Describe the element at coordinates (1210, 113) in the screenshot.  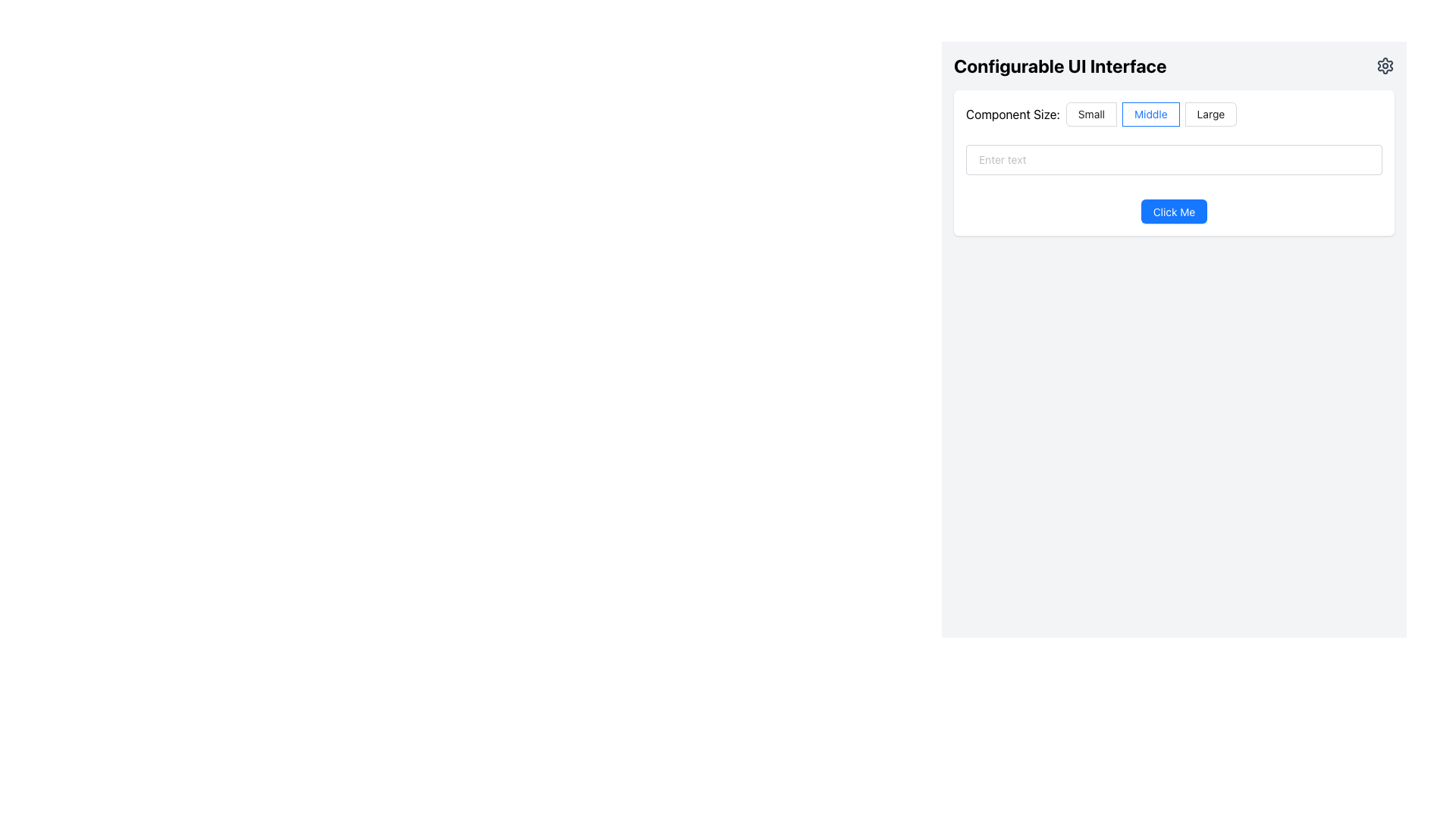
I see `the 'Large' size radio button label` at that location.